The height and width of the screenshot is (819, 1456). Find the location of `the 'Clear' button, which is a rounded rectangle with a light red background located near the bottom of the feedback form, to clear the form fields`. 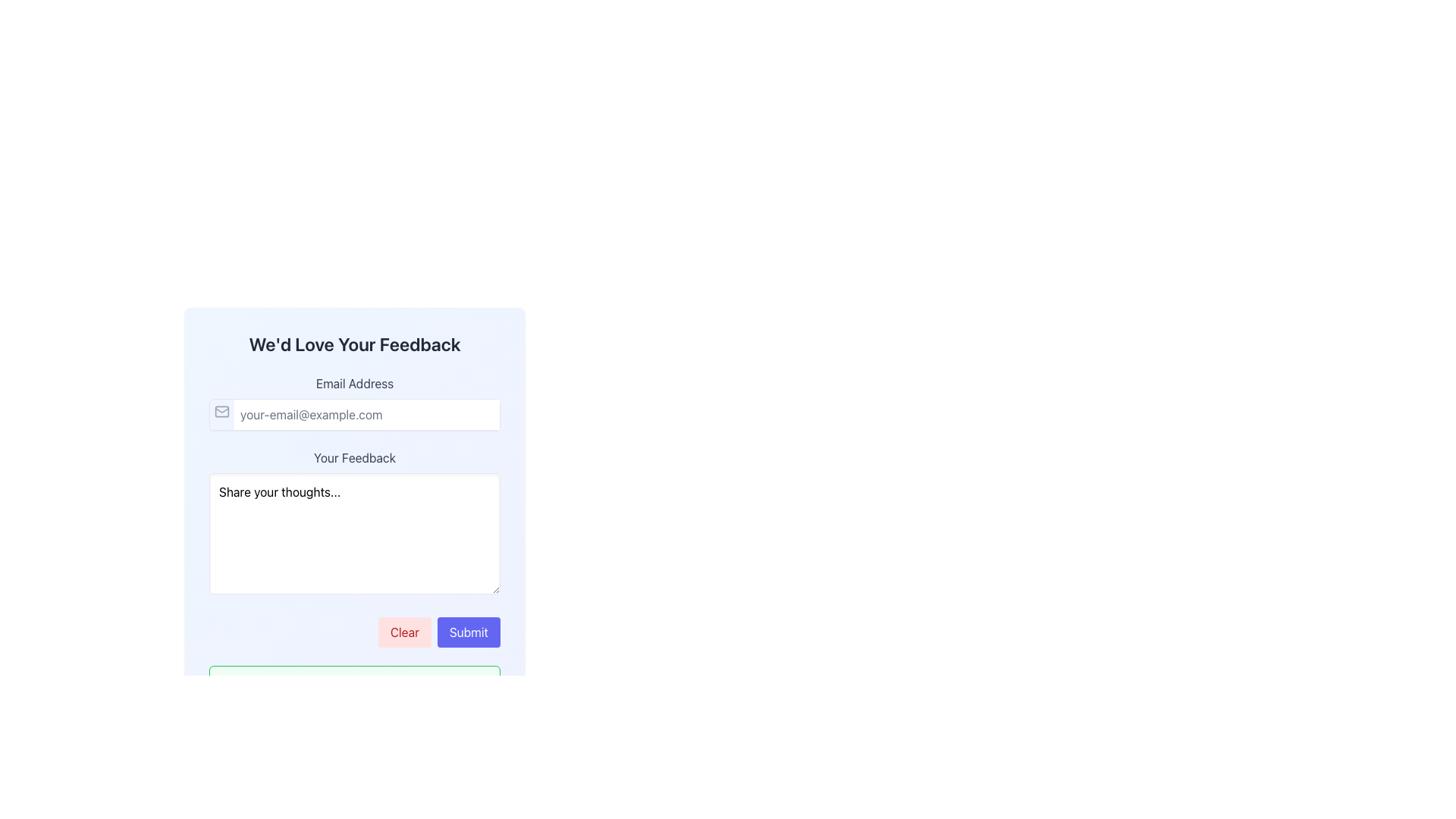

the 'Clear' button, which is a rounded rectangle with a light red background located near the bottom of the feedback form, to clear the form fields is located at coordinates (404, 632).